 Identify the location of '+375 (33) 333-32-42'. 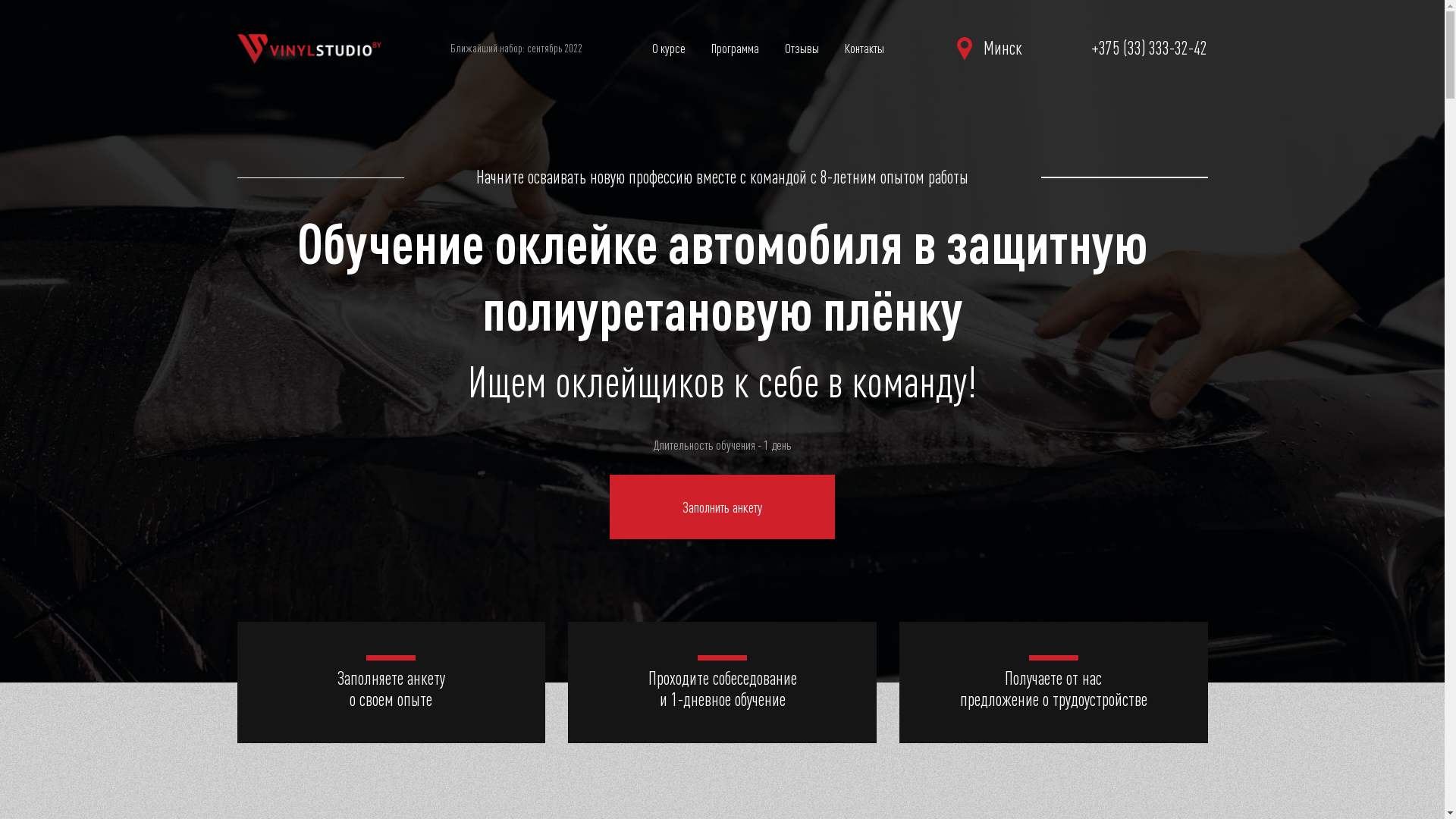
(1149, 48).